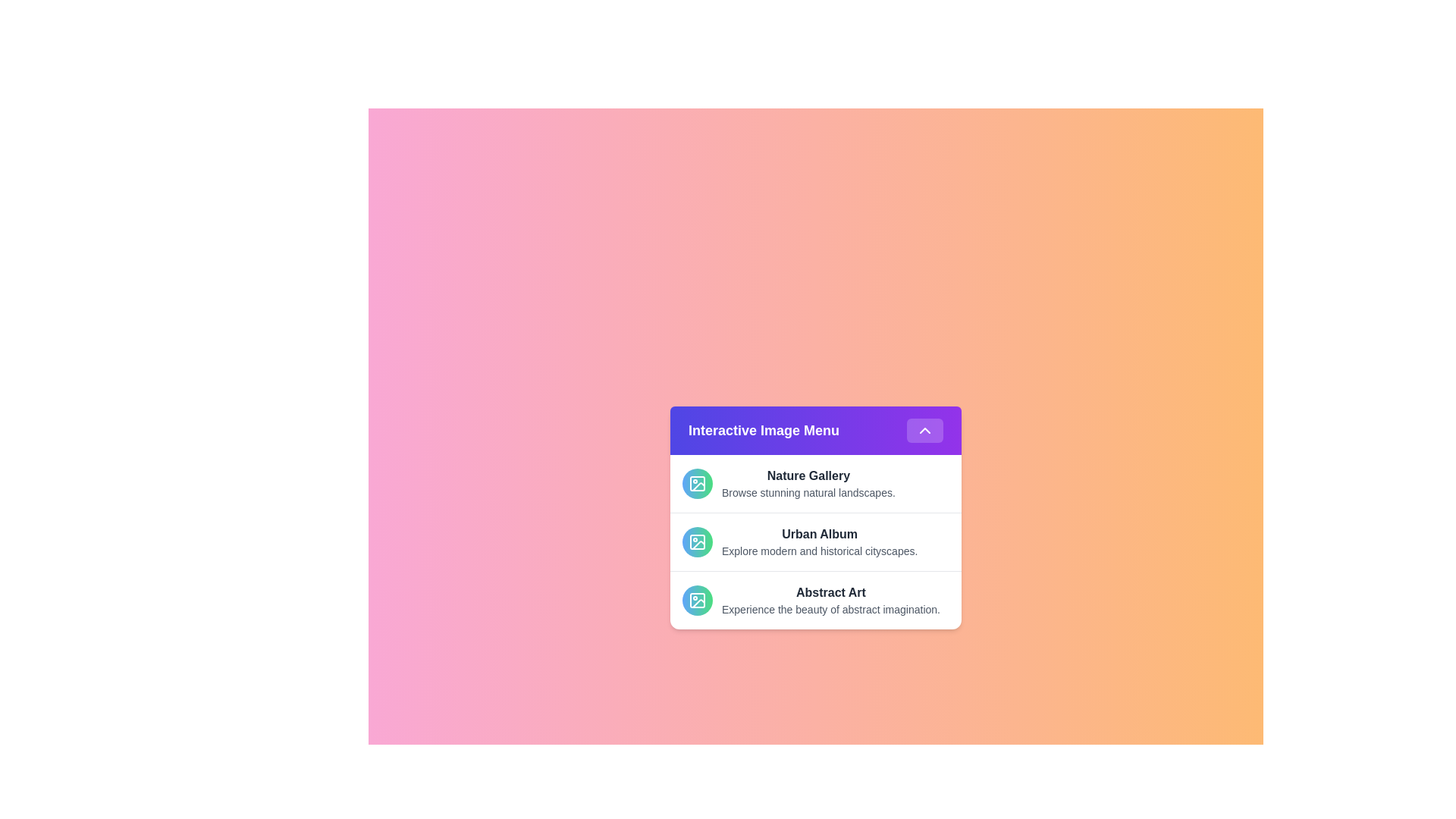 This screenshot has height=819, width=1456. I want to click on the menu item labeled Nature Gallery, so click(814, 483).